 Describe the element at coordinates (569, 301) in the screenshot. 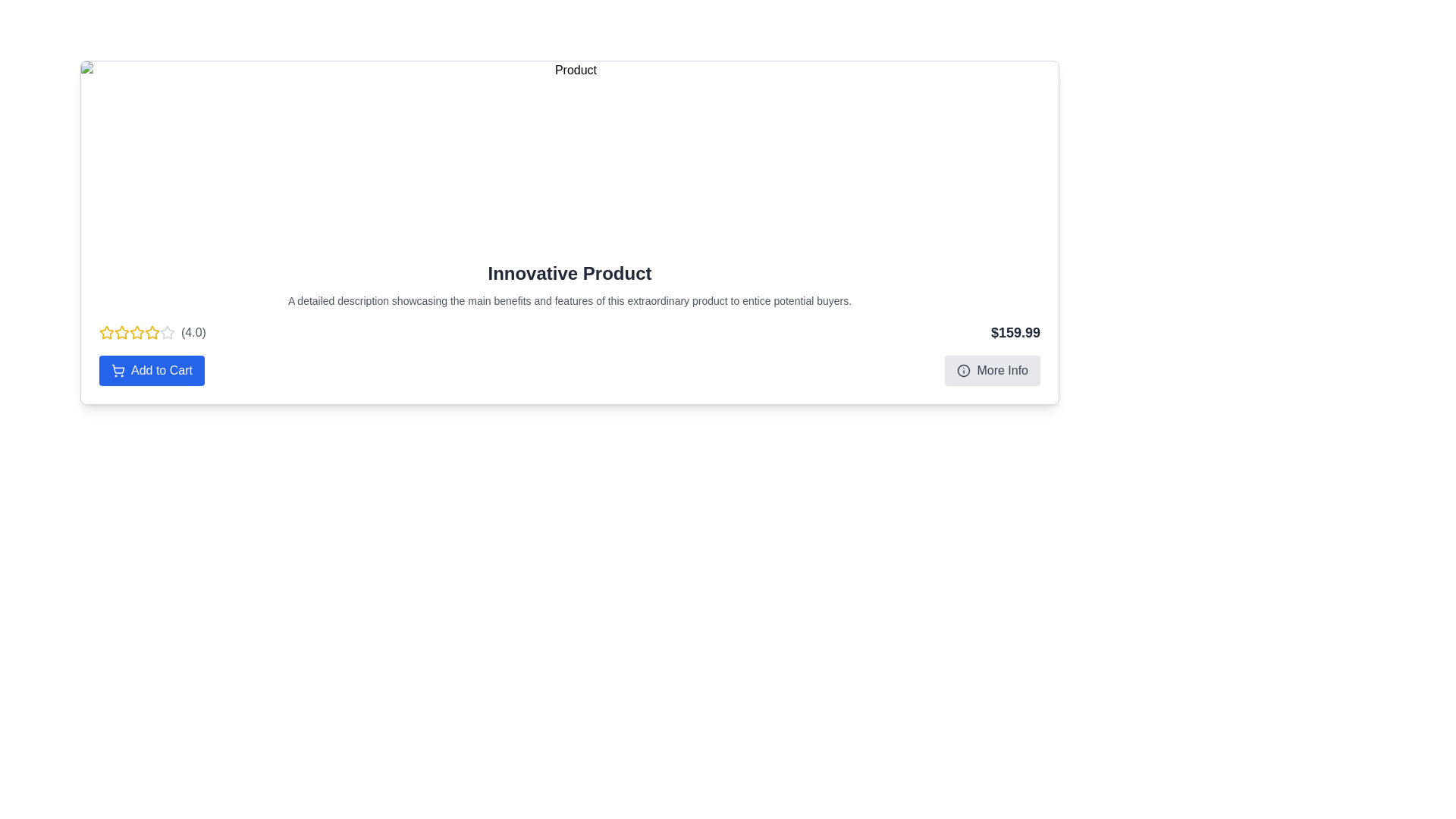

I see `the Text block that provides a descriptive summary of the product under the title 'Innovative Product' to possibly reveal more information` at that location.